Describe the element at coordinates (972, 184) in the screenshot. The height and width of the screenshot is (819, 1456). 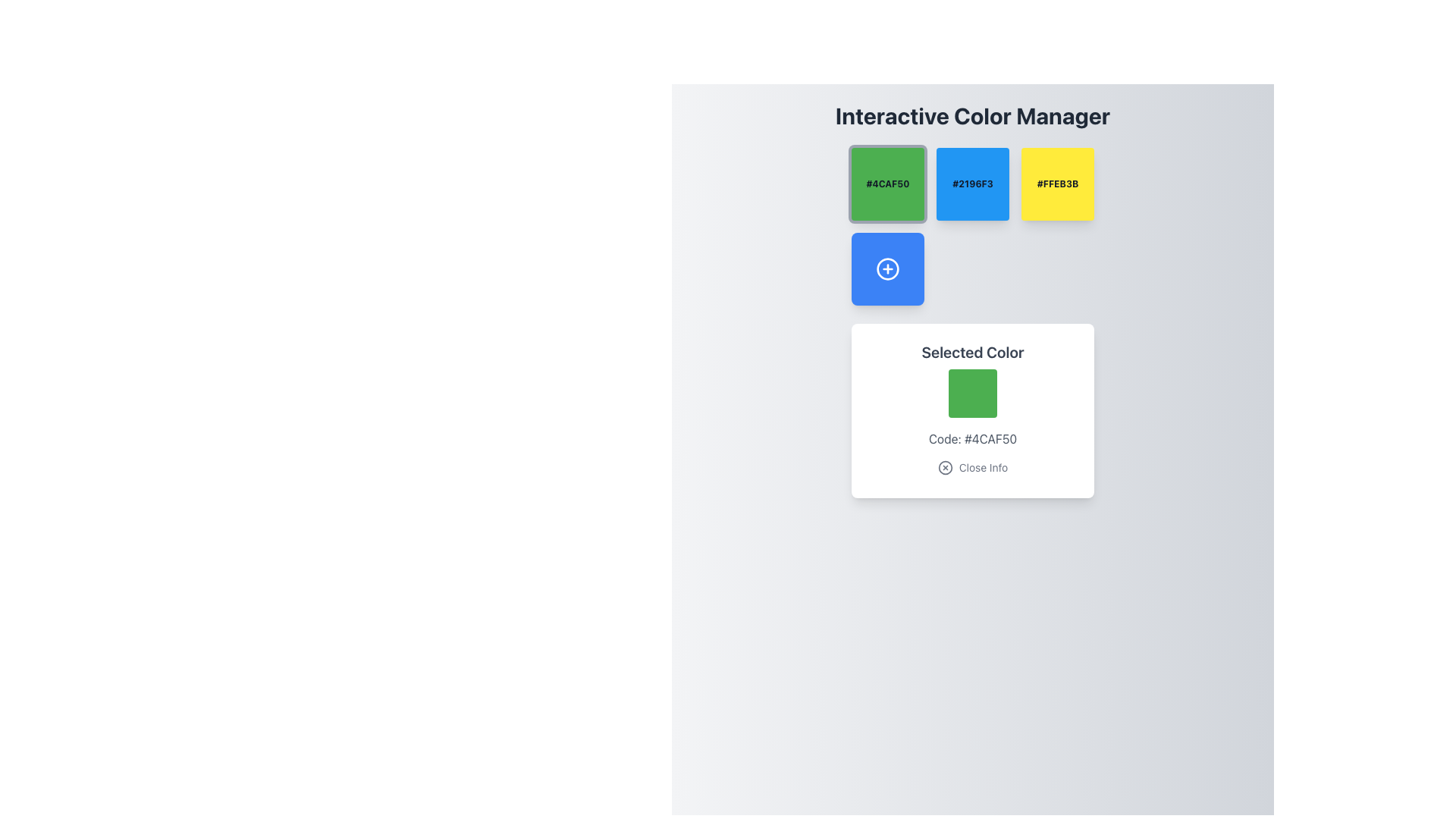
I see `the blue color tile, which is the second tile in a grid of three columns located at the top section of the interface, positioned between the green tile labeled '#4CAF50' and the yellow tile labeled '#FFEB3B'` at that location.